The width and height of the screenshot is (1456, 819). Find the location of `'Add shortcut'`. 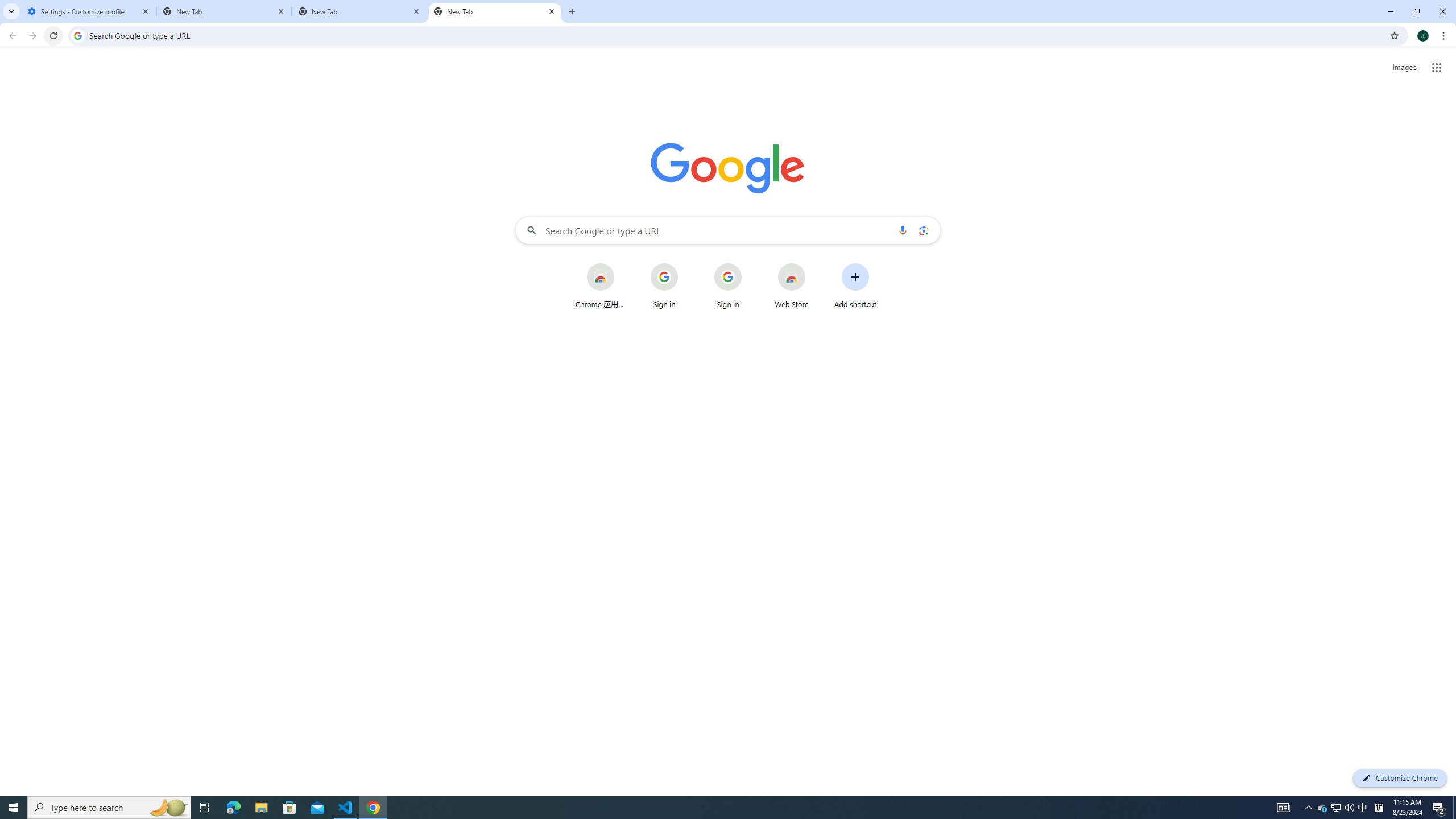

'Add shortcut' is located at coordinates (855, 285).